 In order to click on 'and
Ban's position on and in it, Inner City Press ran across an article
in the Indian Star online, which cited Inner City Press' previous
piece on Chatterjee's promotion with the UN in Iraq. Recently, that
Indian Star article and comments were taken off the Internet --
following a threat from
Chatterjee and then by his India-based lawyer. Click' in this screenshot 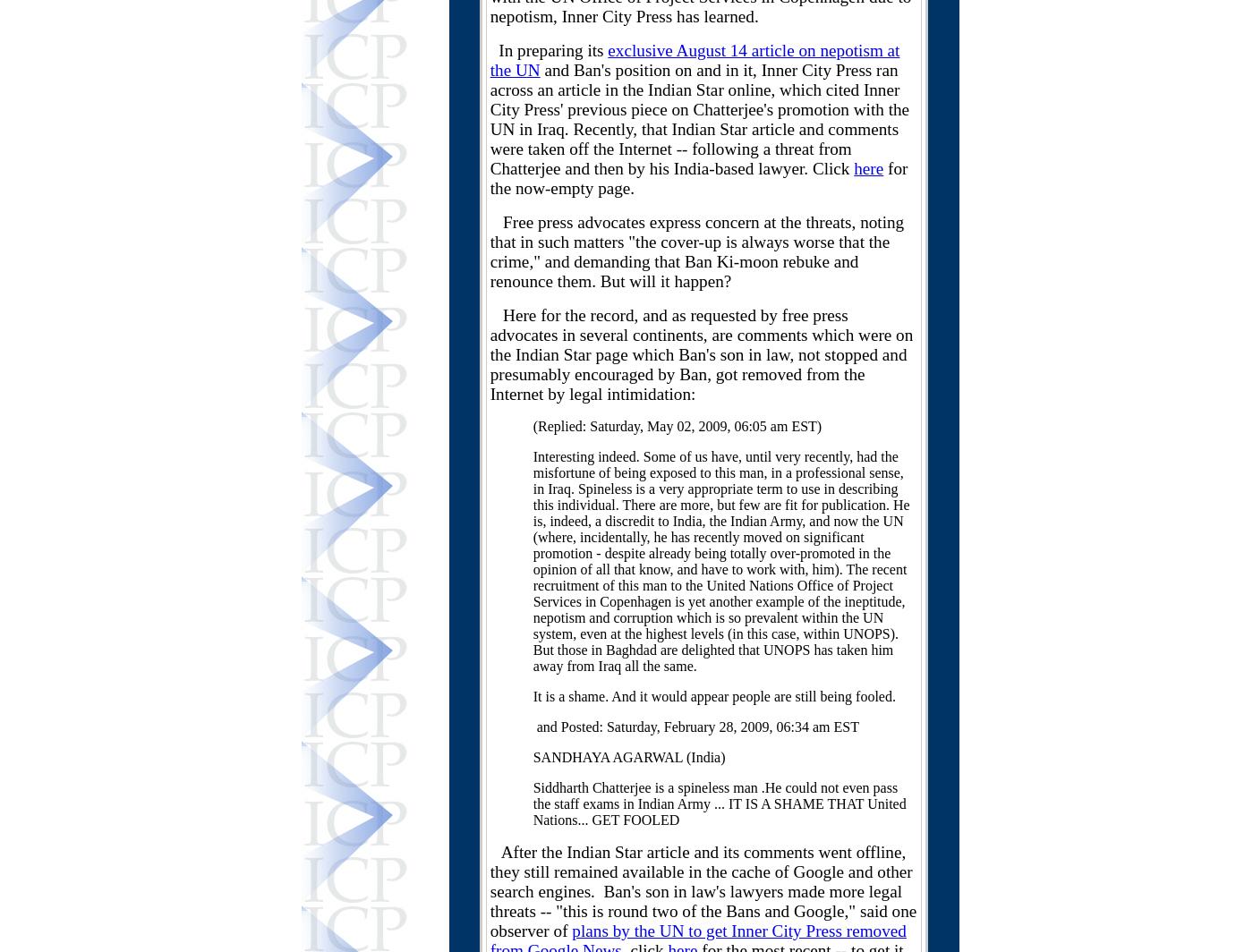, I will do `click(699, 119)`.